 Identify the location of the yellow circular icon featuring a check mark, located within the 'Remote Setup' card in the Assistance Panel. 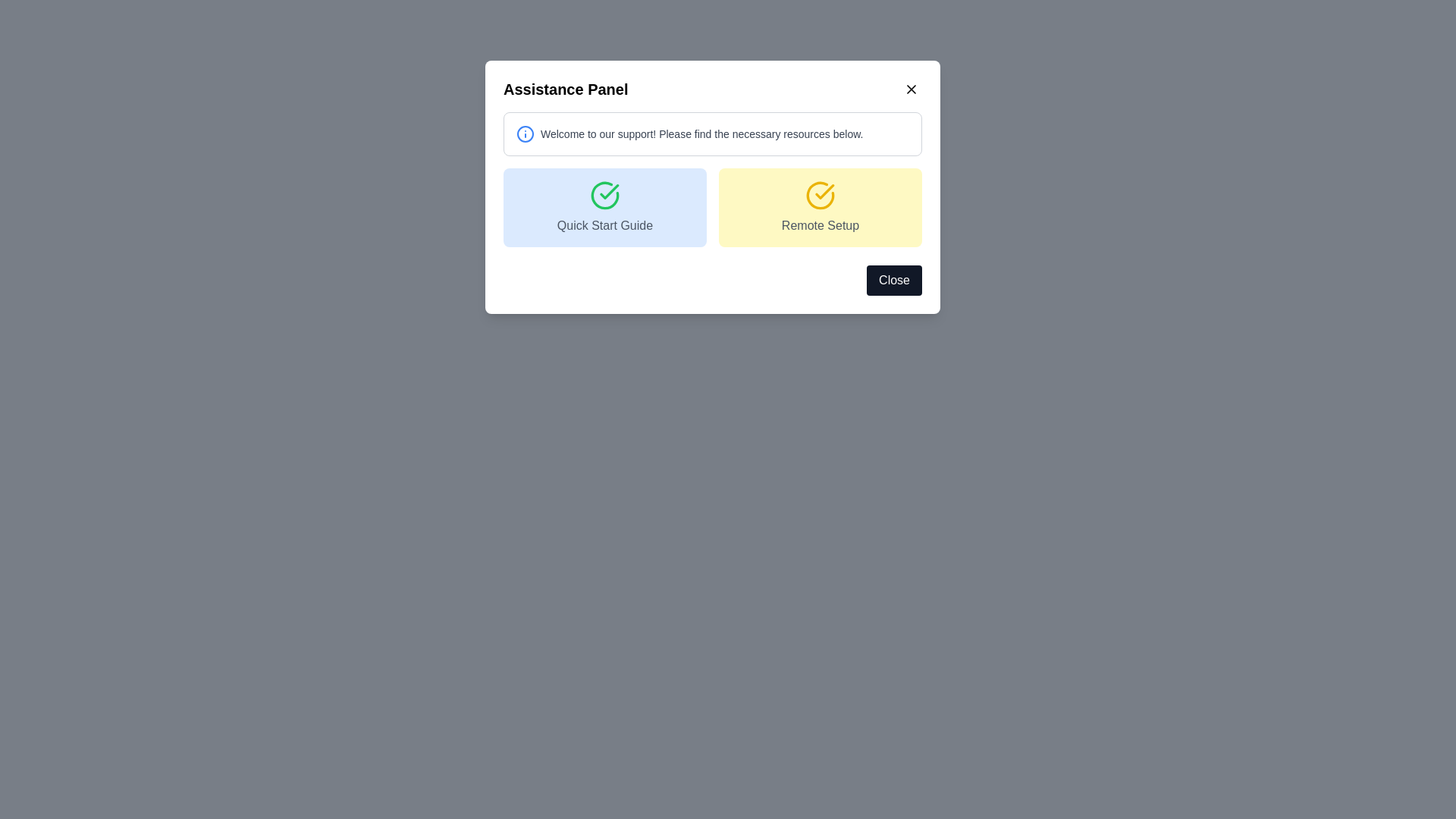
(819, 195).